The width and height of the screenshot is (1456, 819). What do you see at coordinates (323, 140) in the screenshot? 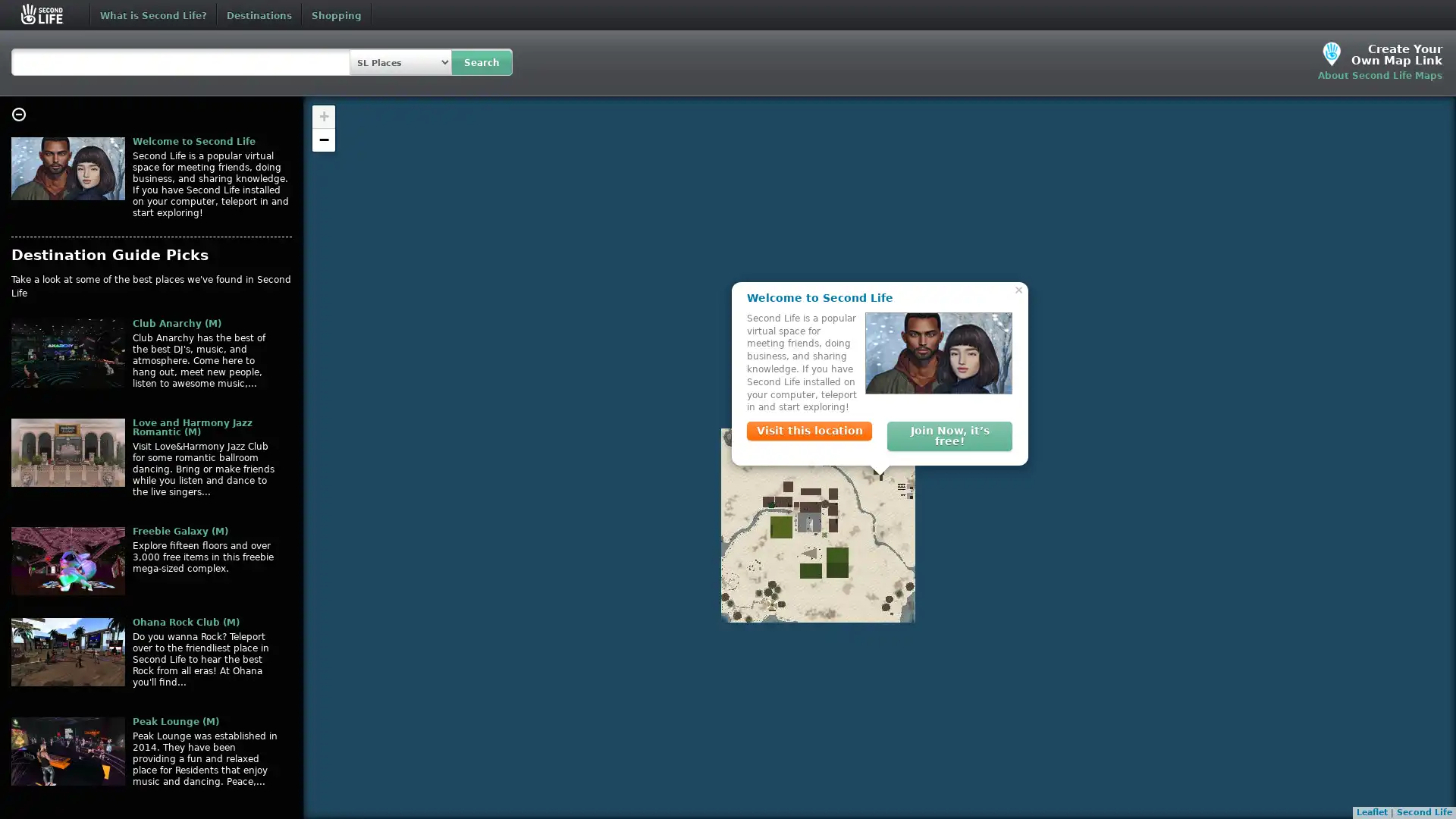
I see `Zoom out` at bounding box center [323, 140].